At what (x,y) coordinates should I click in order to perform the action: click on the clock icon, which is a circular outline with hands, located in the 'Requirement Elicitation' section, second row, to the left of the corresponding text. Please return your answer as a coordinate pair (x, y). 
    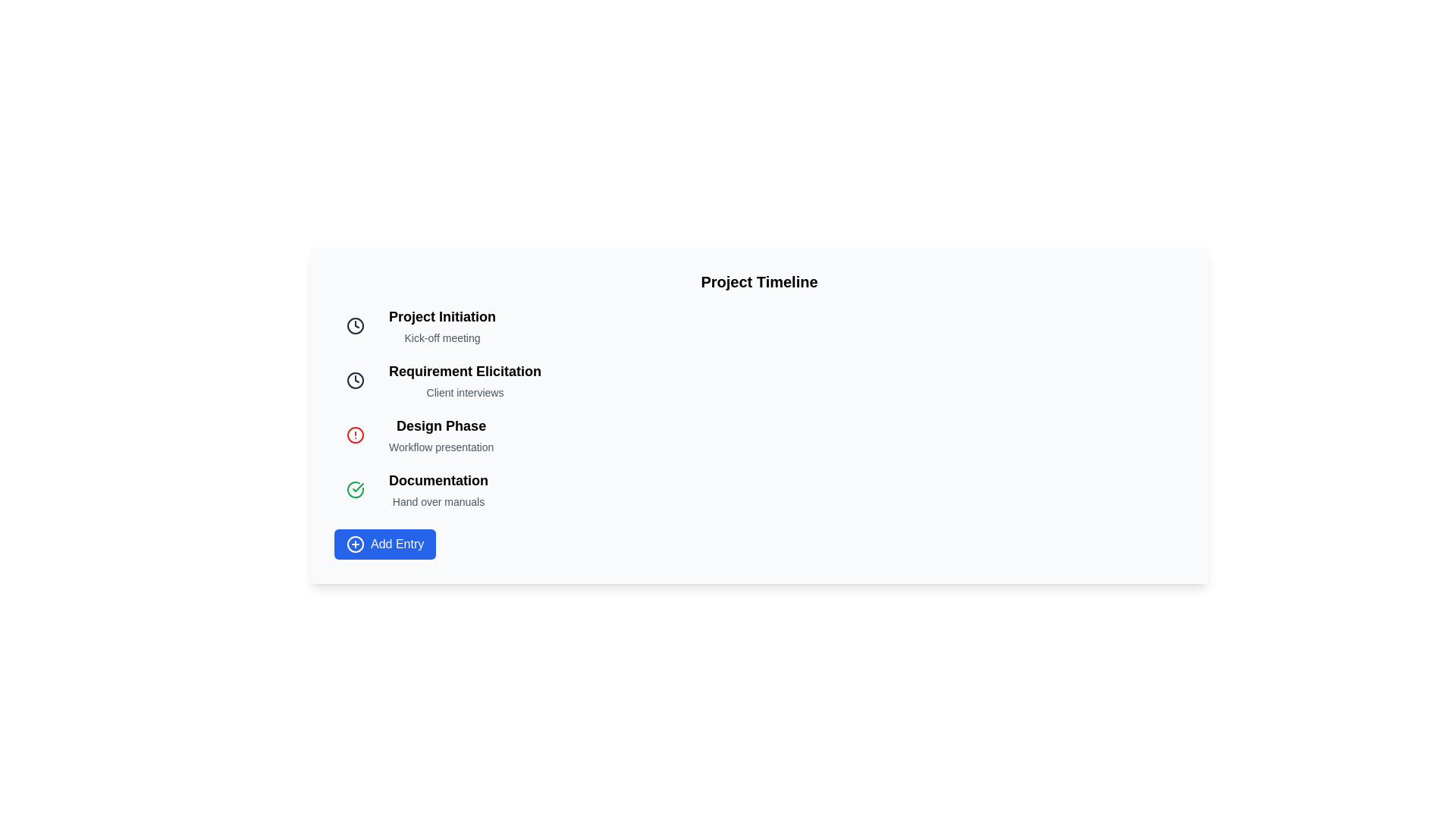
    Looking at the image, I should click on (355, 325).